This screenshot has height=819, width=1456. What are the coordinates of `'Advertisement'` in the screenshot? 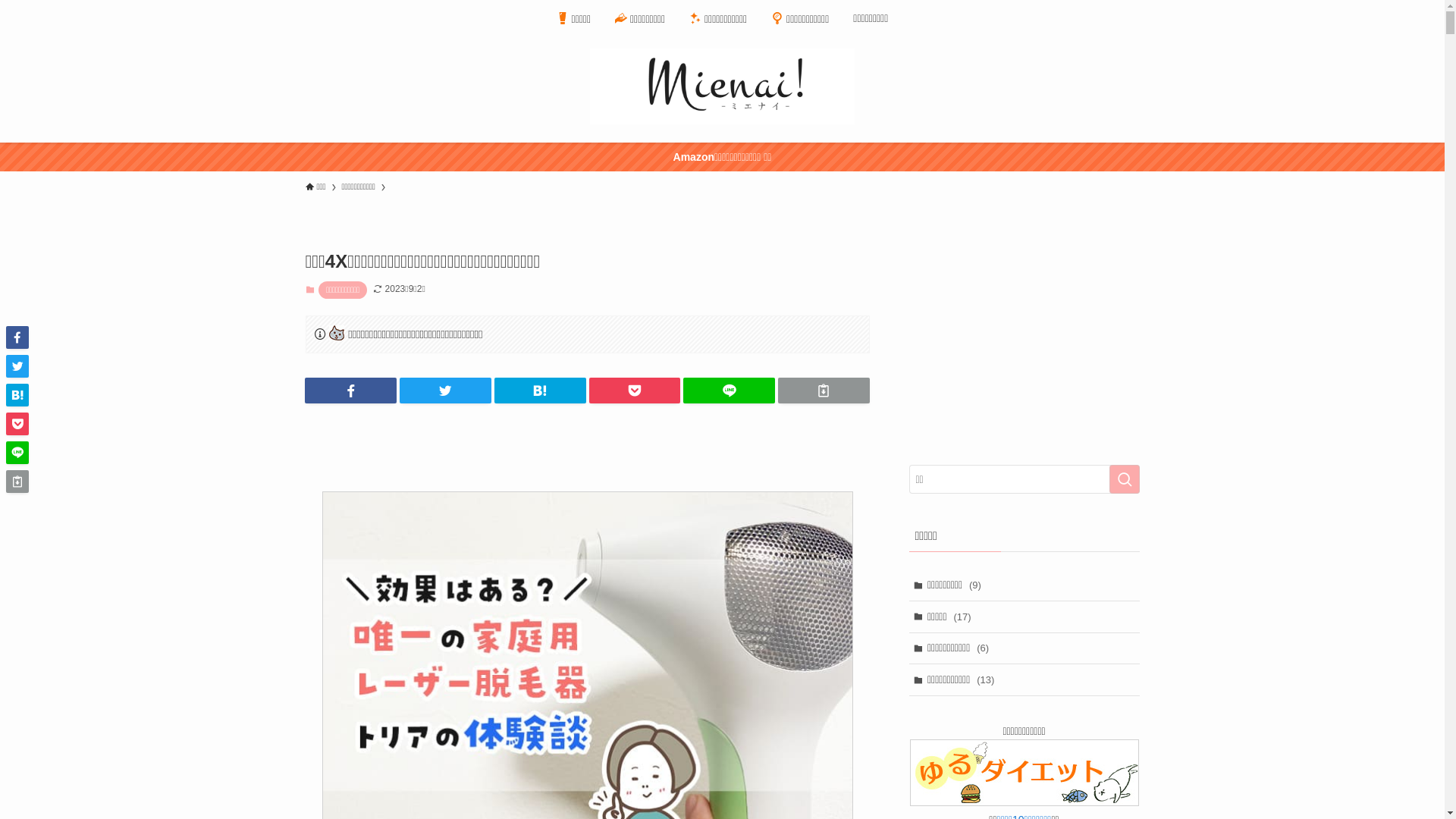 It's located at (908, 343).